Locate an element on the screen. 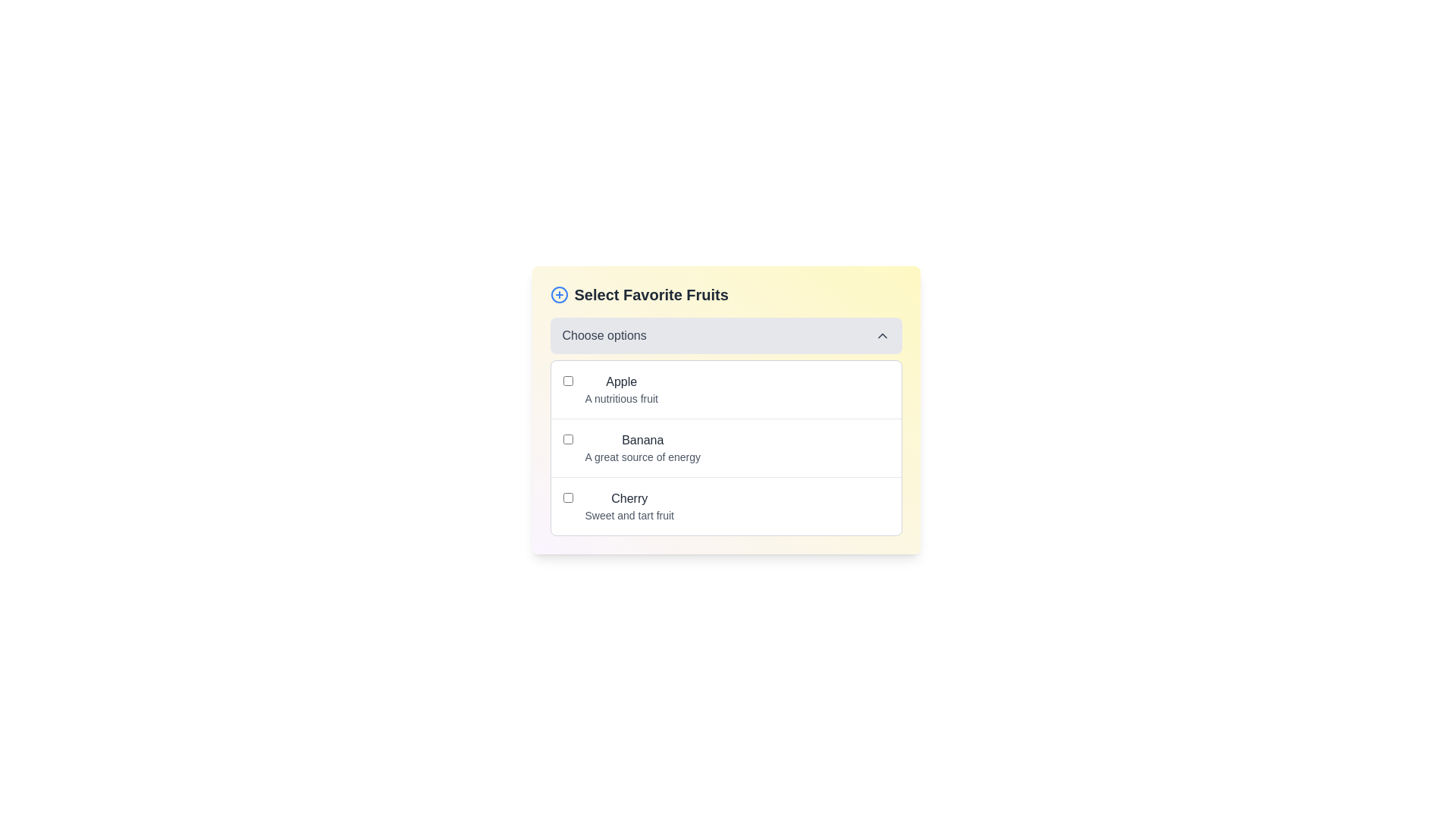 The width and height of the screenshot is (1456, 819). the list item containing the checkbox with the title 'Banana' and subtitle 'A great source of energy' is located at coordinates (725, 447).